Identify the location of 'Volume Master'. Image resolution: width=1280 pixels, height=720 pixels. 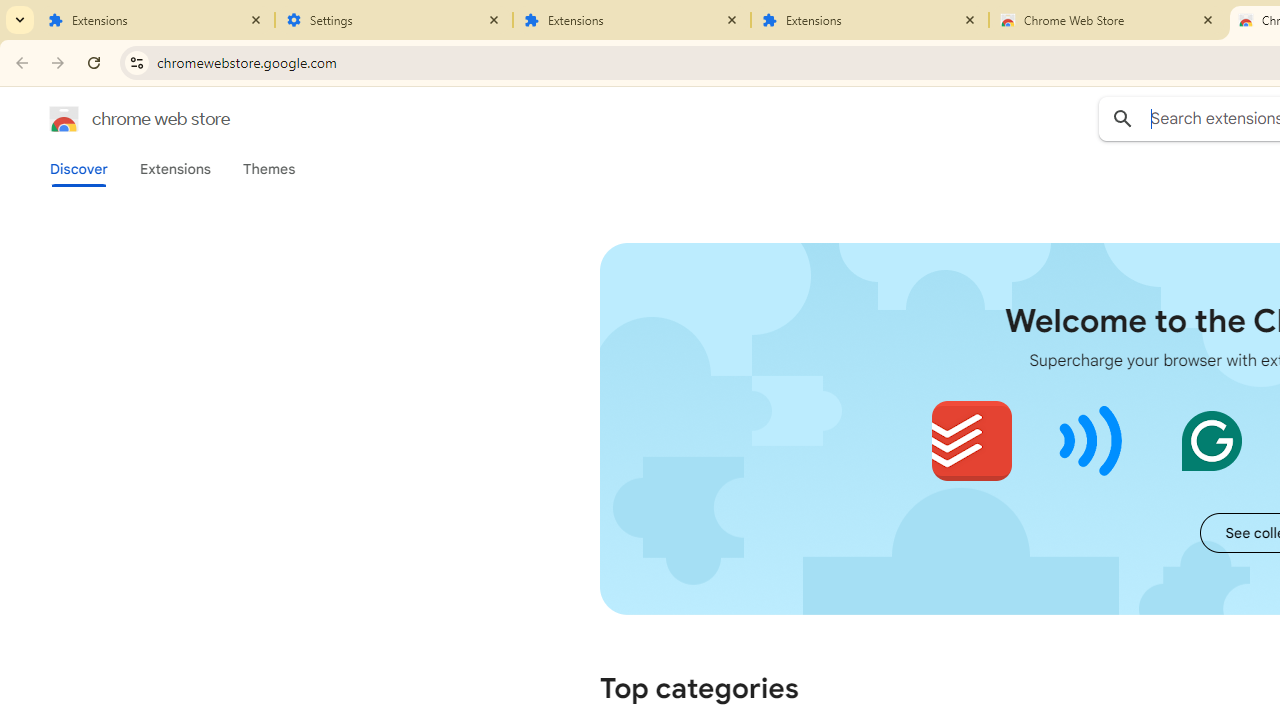
(1090, 440).